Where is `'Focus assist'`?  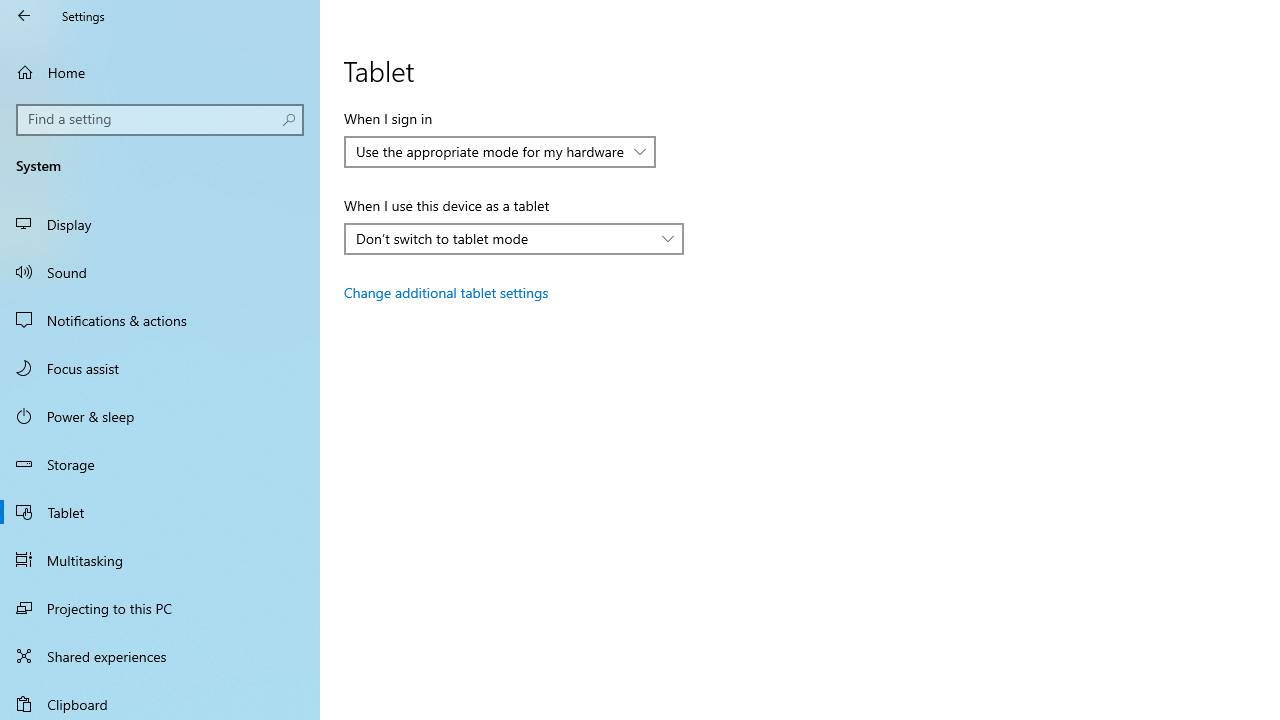 'Focus assist' is located at coordinates (160, 367).